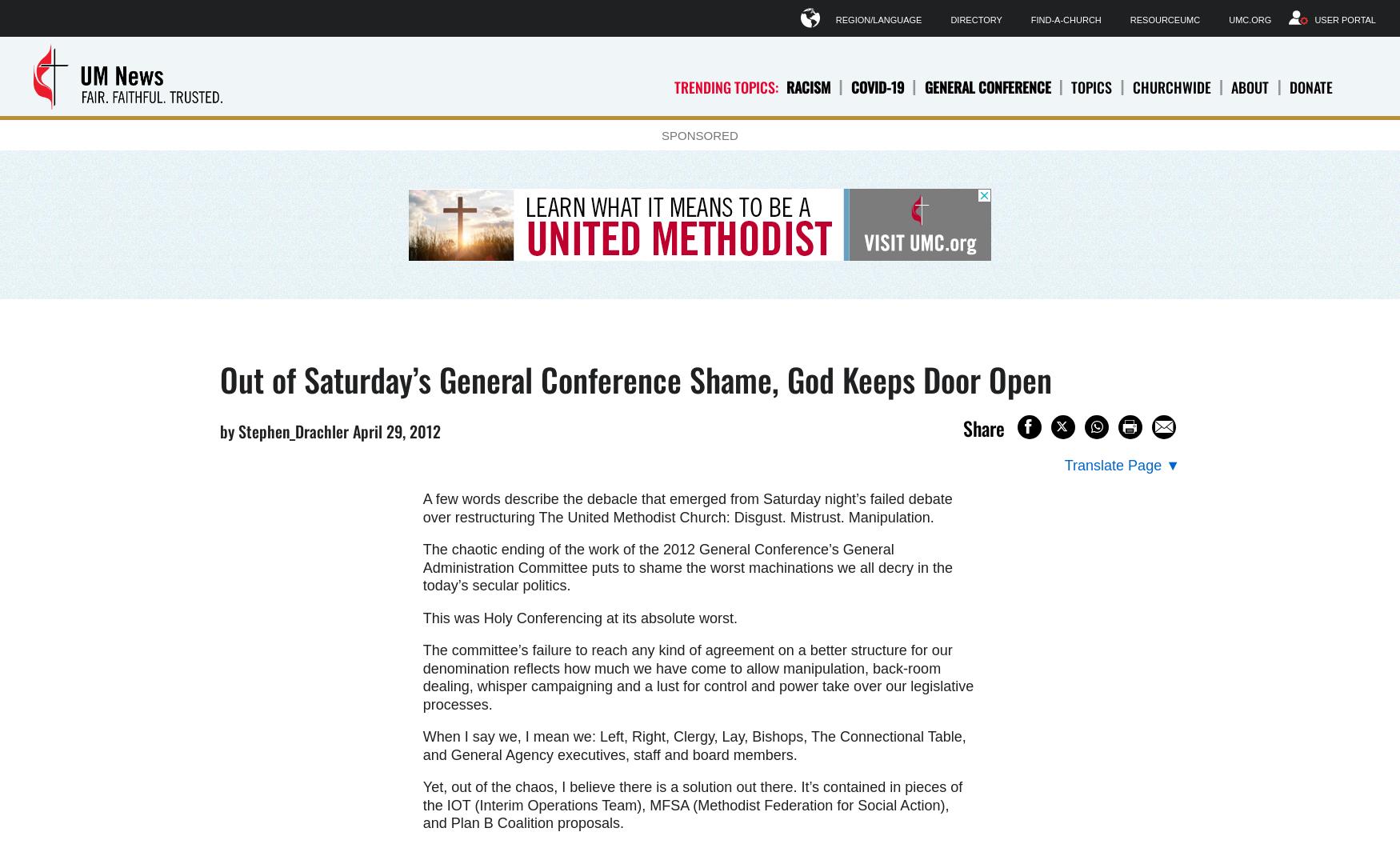  I want to click on 'This was Holy Conferencing at its absolute worst.', so click(579, 617).